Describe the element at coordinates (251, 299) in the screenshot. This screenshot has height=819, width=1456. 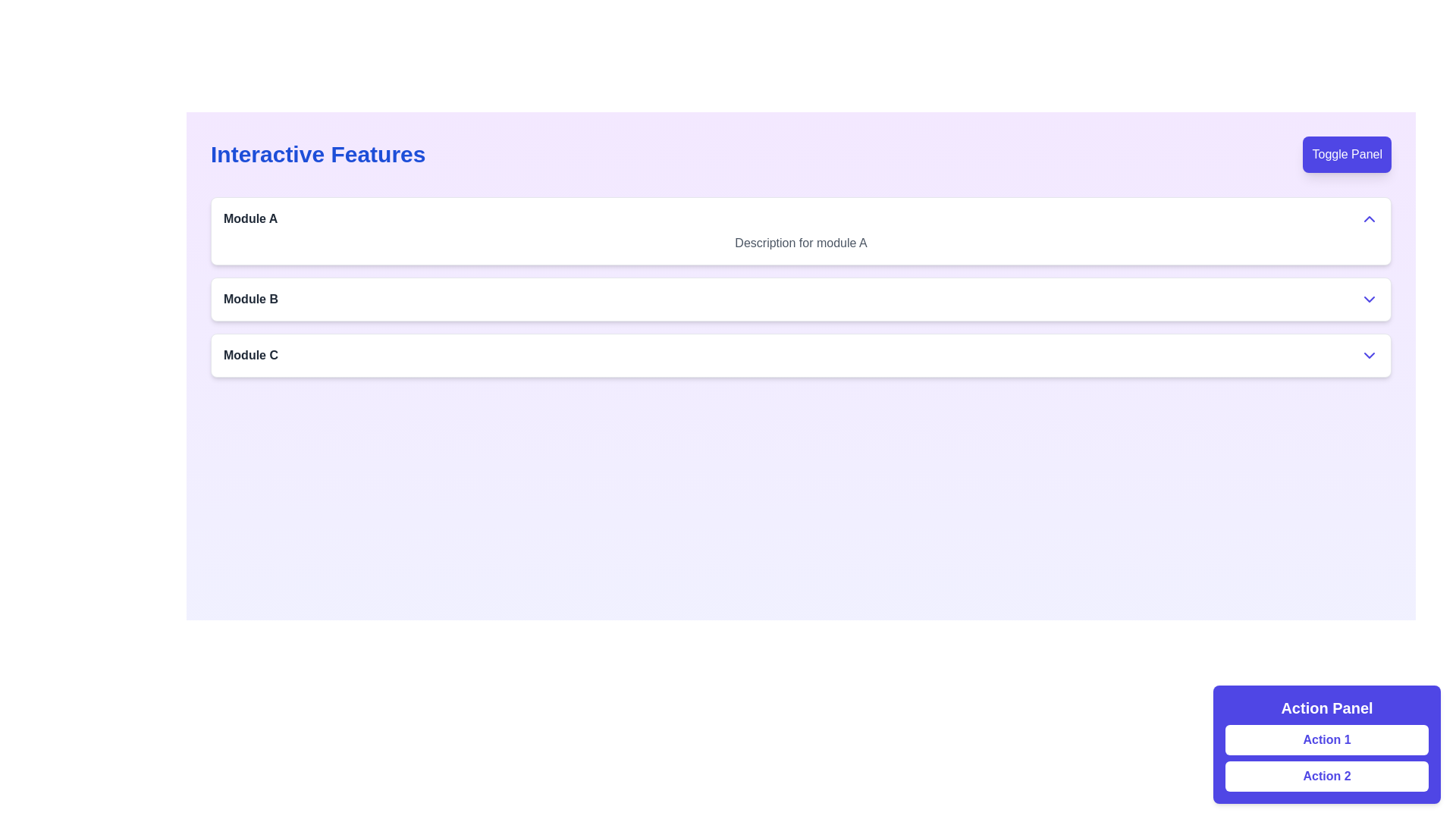
I see `the 'Module B' text label, which is styled with bold typography in a dark color and located within the second section of vertically stacked modules` at that location.